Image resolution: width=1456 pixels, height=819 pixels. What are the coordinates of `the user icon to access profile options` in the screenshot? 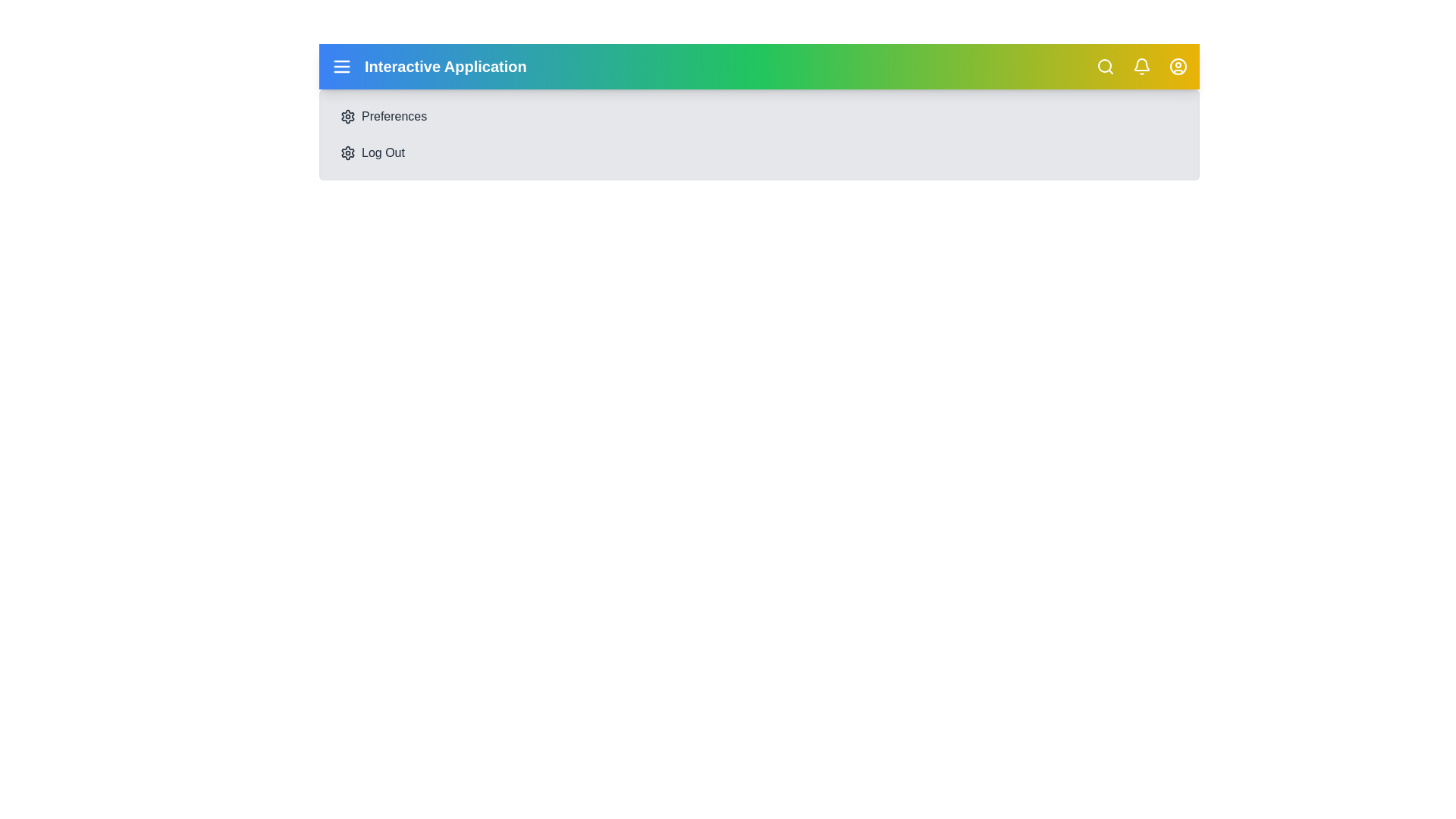 It's located at (1178, 66).